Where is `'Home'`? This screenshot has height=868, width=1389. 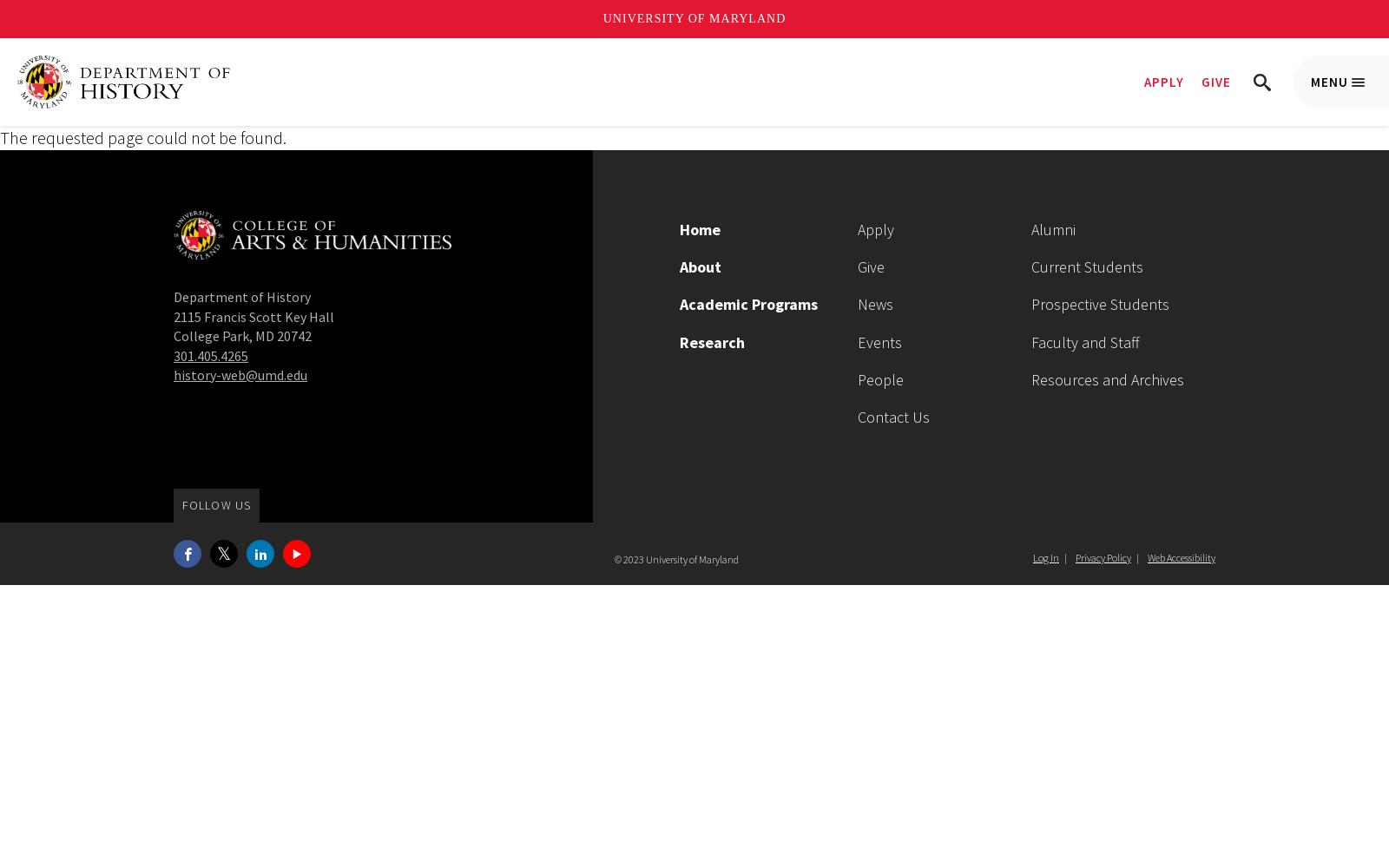 'Home' is located at coordinates (698, 229).